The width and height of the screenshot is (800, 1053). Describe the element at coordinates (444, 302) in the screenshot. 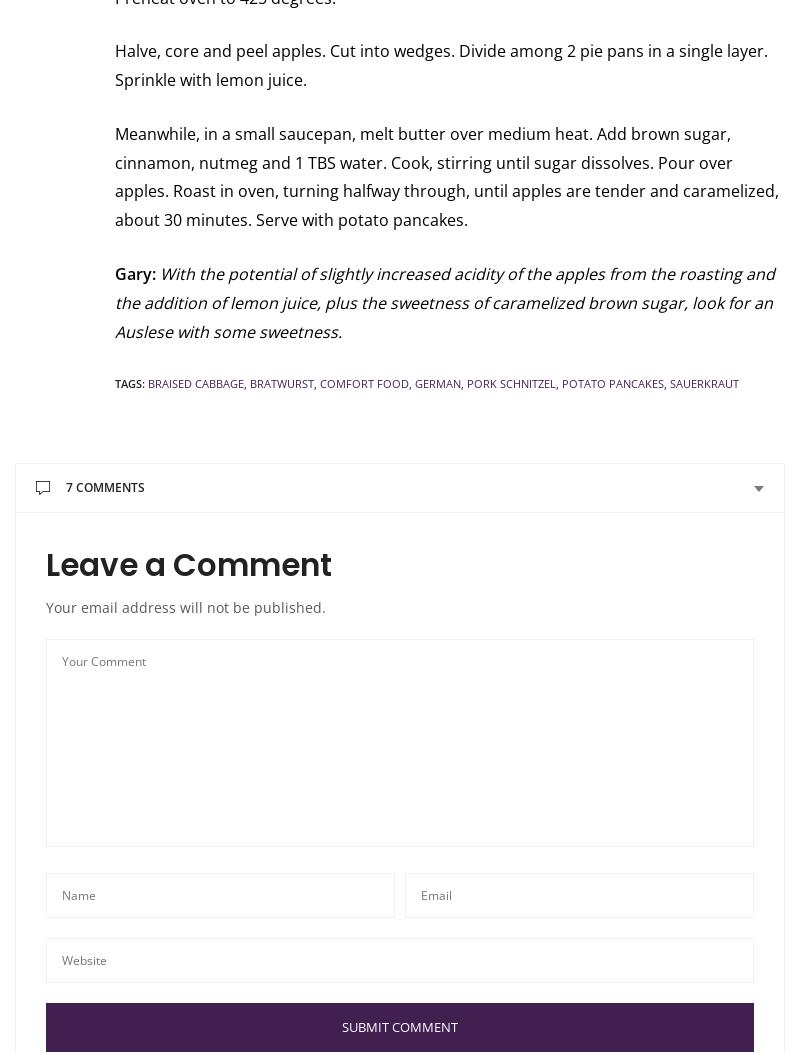

I see `'With the potential of slightly increased acidity of the apples from the roasting and the addition of lemon juice, plus the sweetness of caramelized brown sugar, look for an Auslese with some sweetness.'` at that location.